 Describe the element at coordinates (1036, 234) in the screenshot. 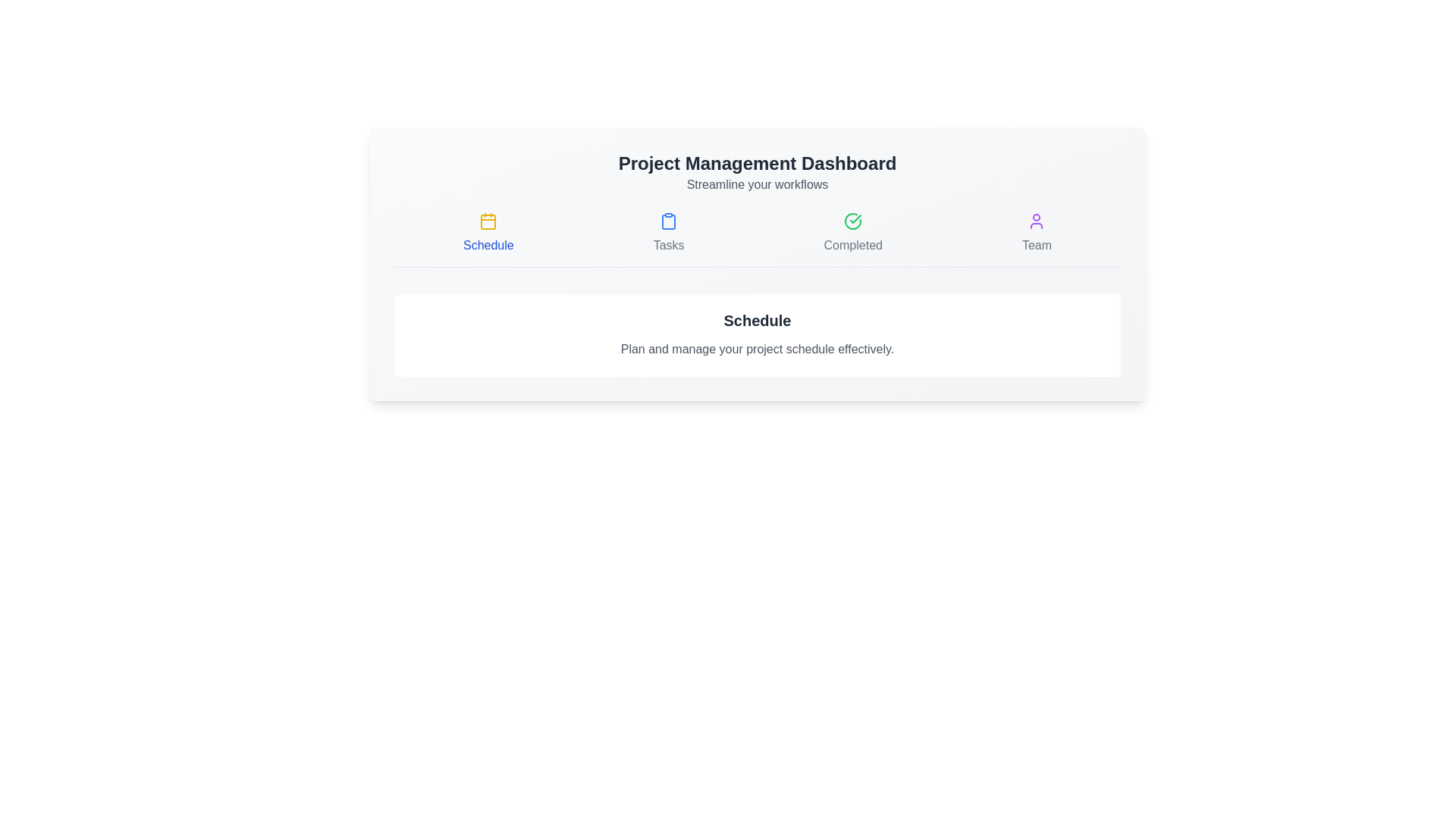

I see `the interactive element labeled 'Team' to observe its hover effect` at that location.